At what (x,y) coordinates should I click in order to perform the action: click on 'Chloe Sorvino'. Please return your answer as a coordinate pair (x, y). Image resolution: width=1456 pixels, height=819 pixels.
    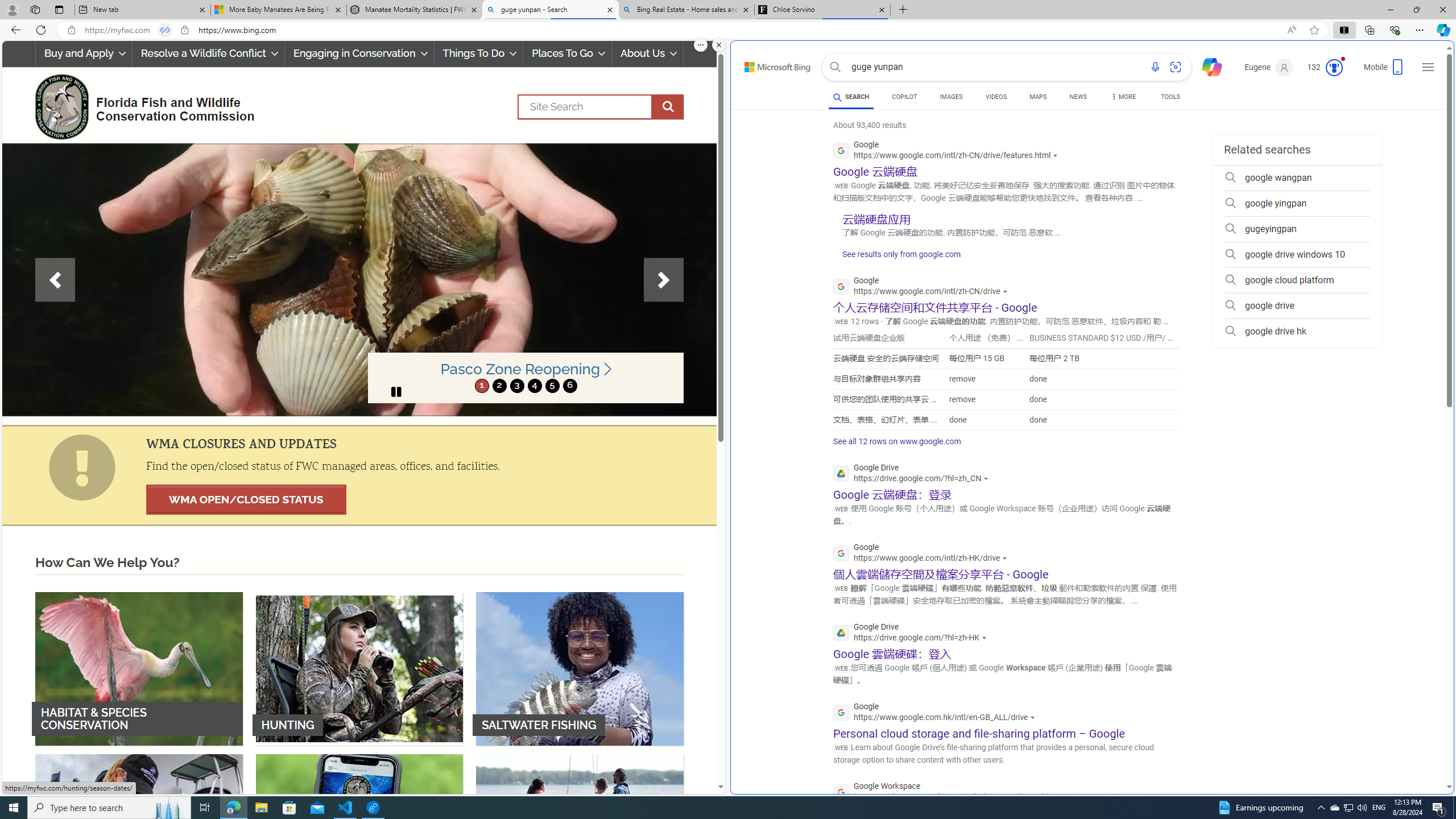
    Looking at the image, I should click on (822, 9).